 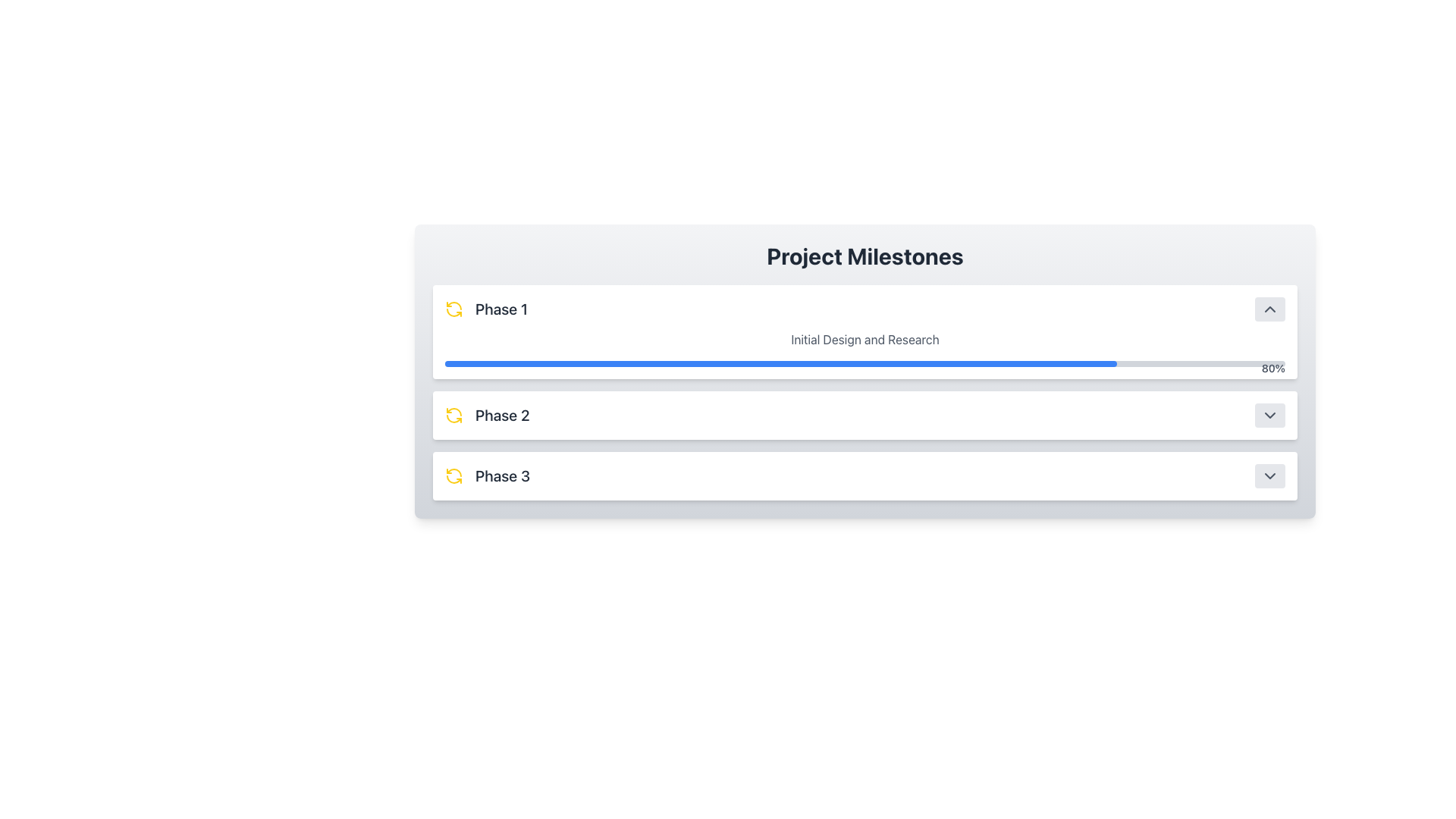 I want to click on the Static Text labeled 'Phase 3', which is the last item in a vertical list of project milestone phases, so click(x=502, y=475).